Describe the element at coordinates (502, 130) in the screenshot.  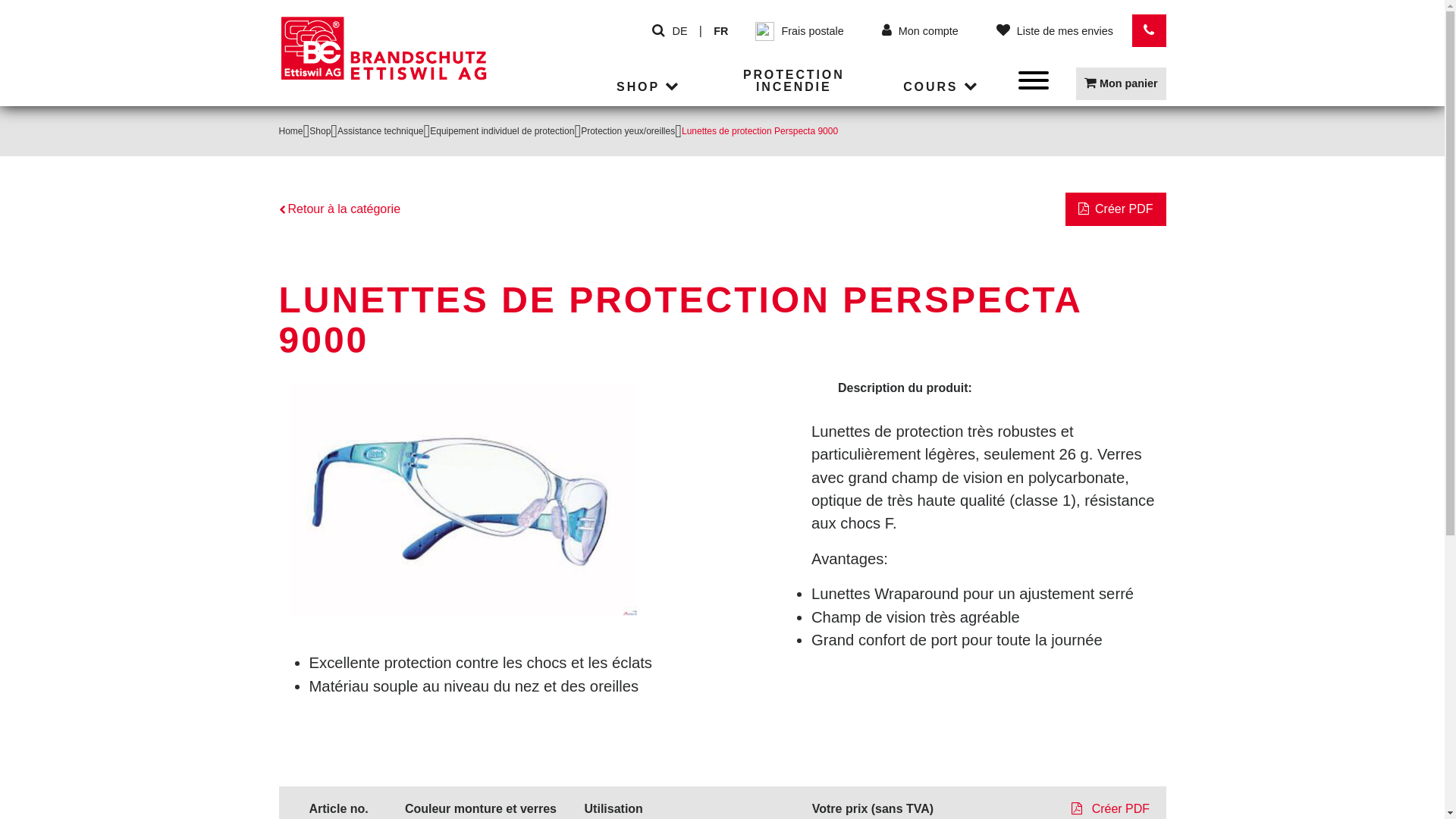
I see `'Equipement individuel de protection'` at that location.